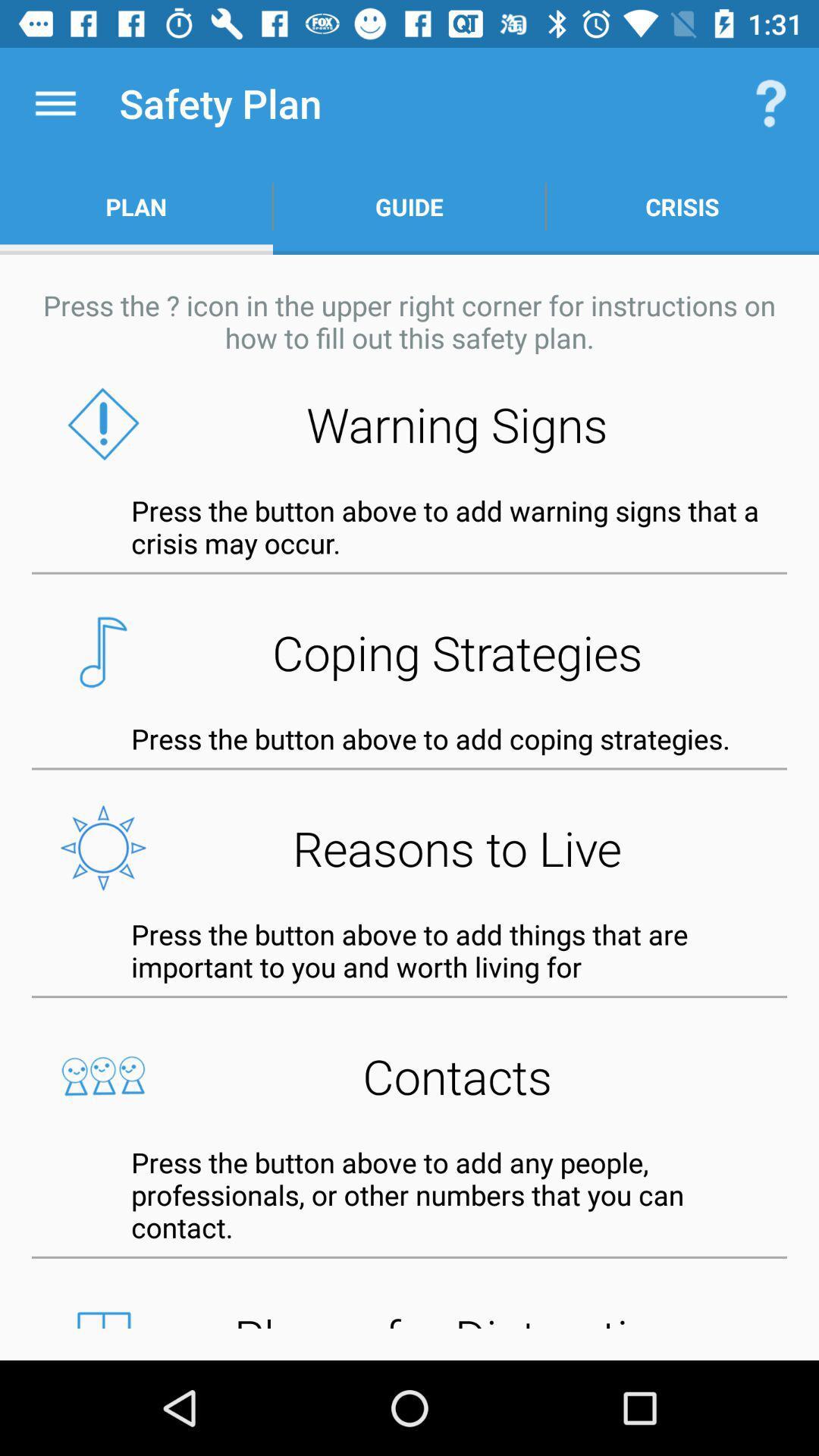 This screenshot has width=819, height=1456. What do you see at coordinates (409, 847) in the screenshot?
I see `the reasons to live button` at bounding box center [409, 847].